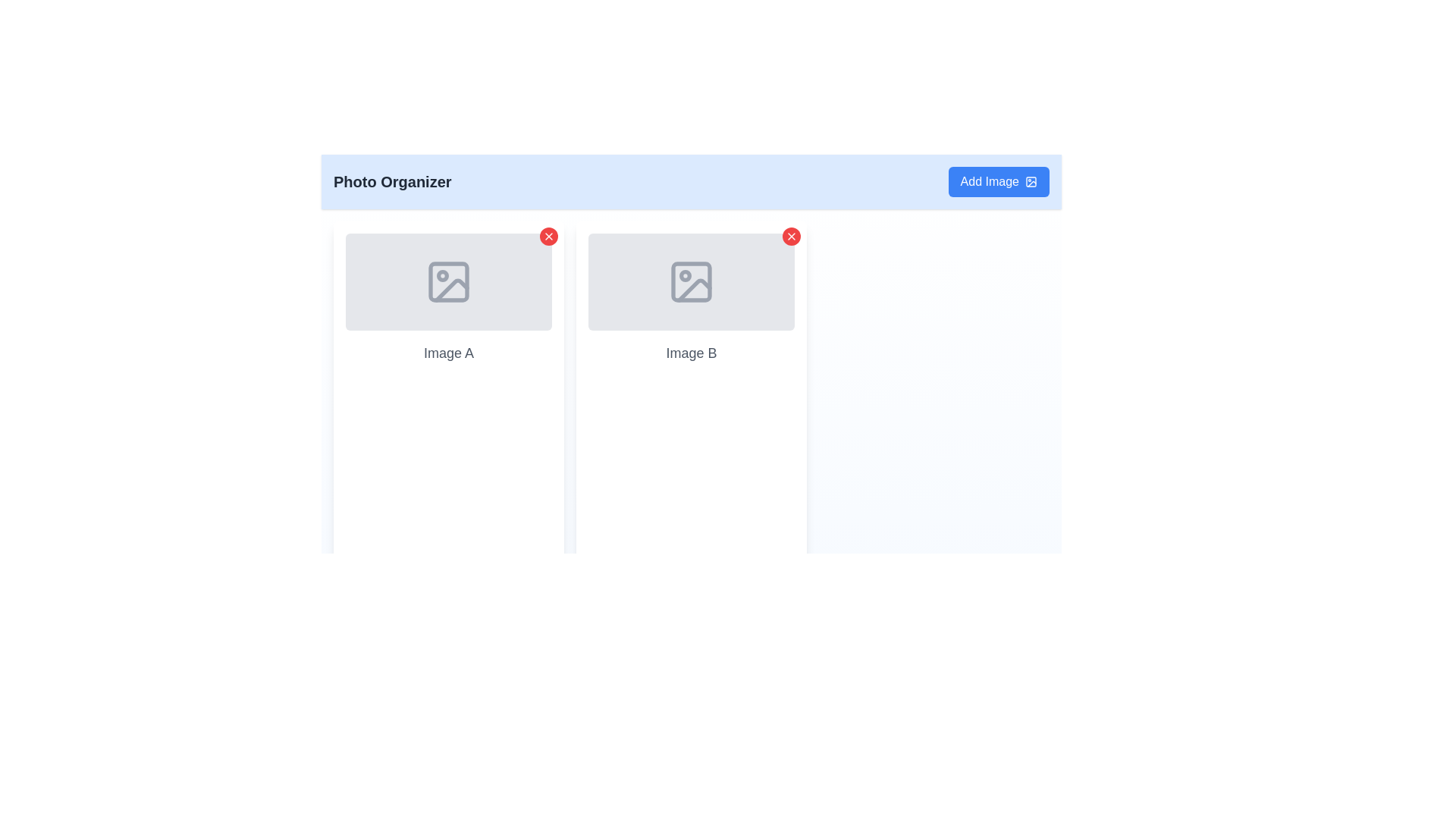 The height and width of the screenshot is (819, 1456). What do you see at coordinates (447, 353) in the screenshot?
I see `text from the label located beneath the placeholder image icon in the leftmost column of the two-column layout` at bounding box center [447, 353].